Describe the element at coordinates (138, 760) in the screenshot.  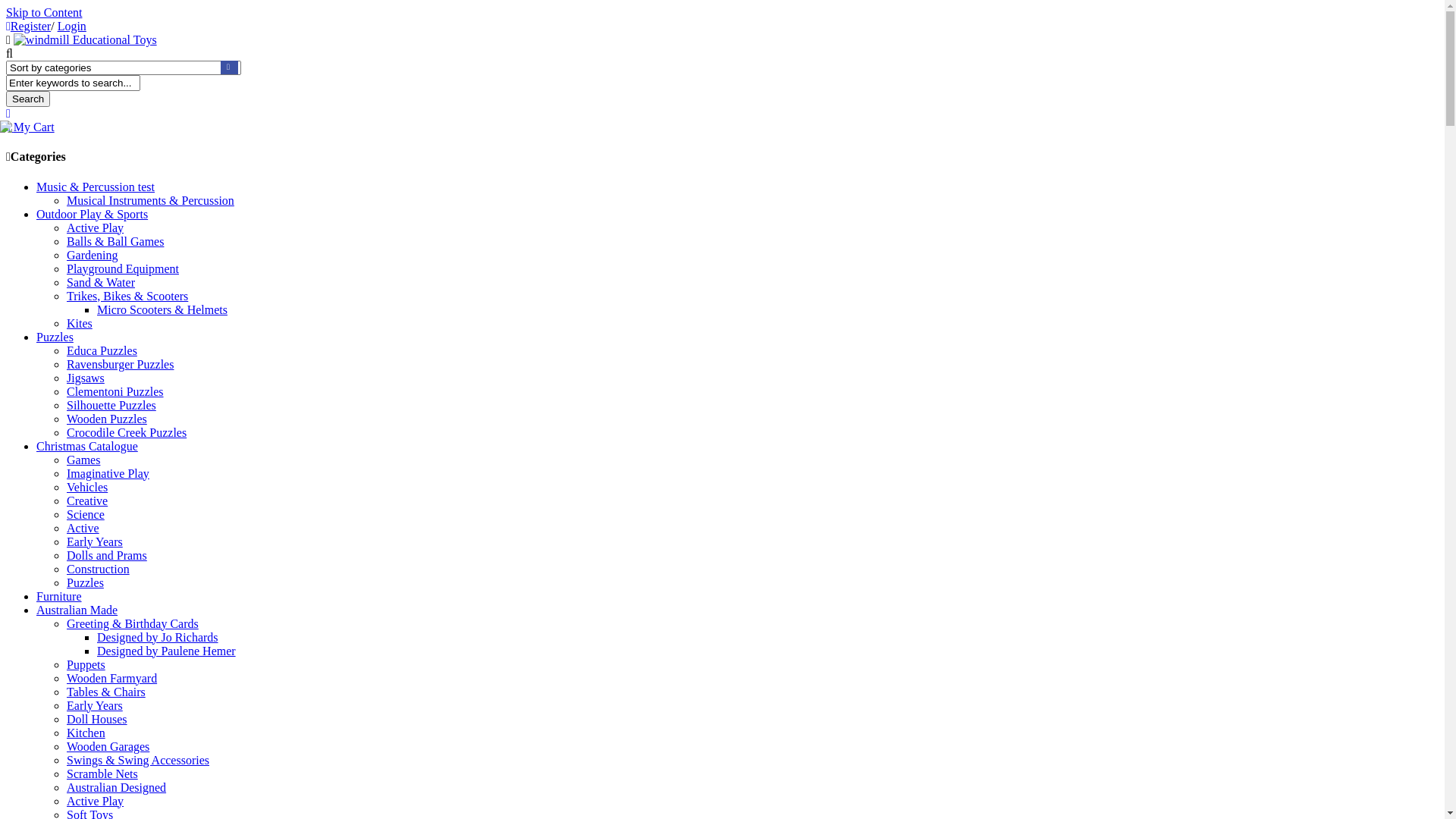
I see `'Swings & Swing Accessories'` at that location.